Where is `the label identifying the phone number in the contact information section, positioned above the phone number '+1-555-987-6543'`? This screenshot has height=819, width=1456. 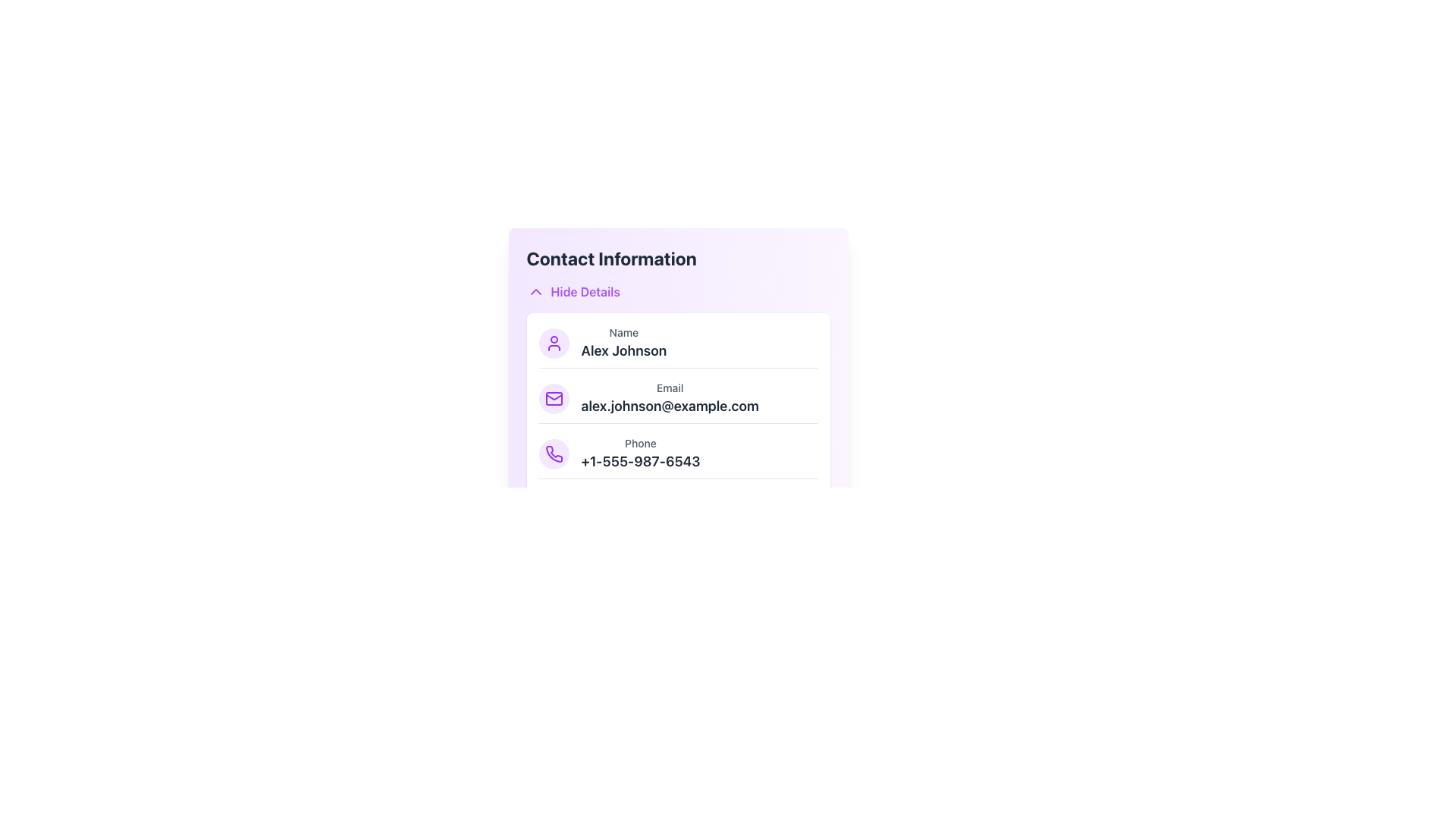
the label identifying the phone number in the contact information section, positioned above the phone number '+1-555-987-6543' is located at coordinates (640, 444).